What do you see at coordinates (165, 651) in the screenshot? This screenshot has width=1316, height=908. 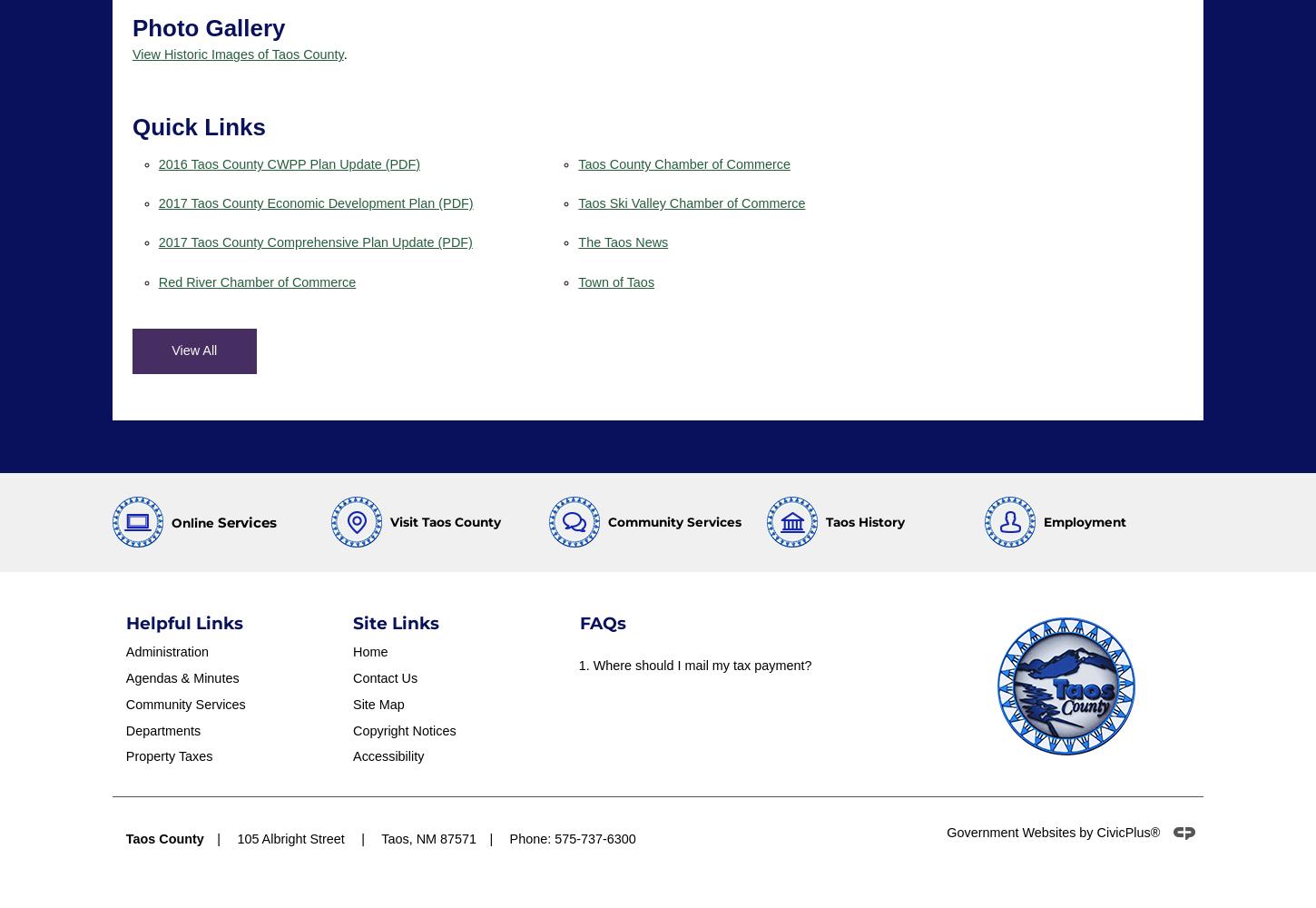 I see `'Administration'` at bounding box center [165, 651].